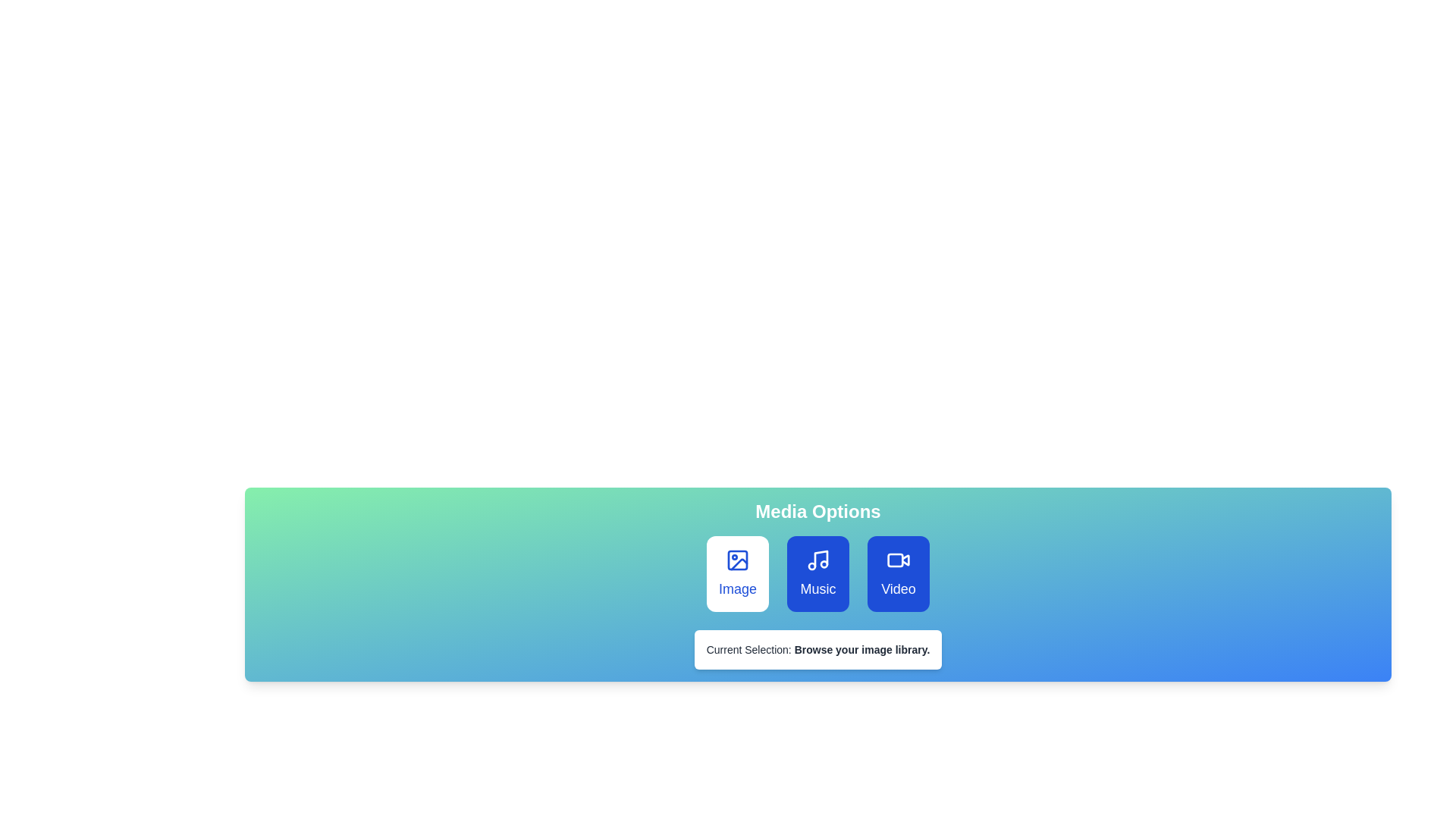  I want to click on the blue square button labeled 'Music' with a musical note icon, so click(817, 573).